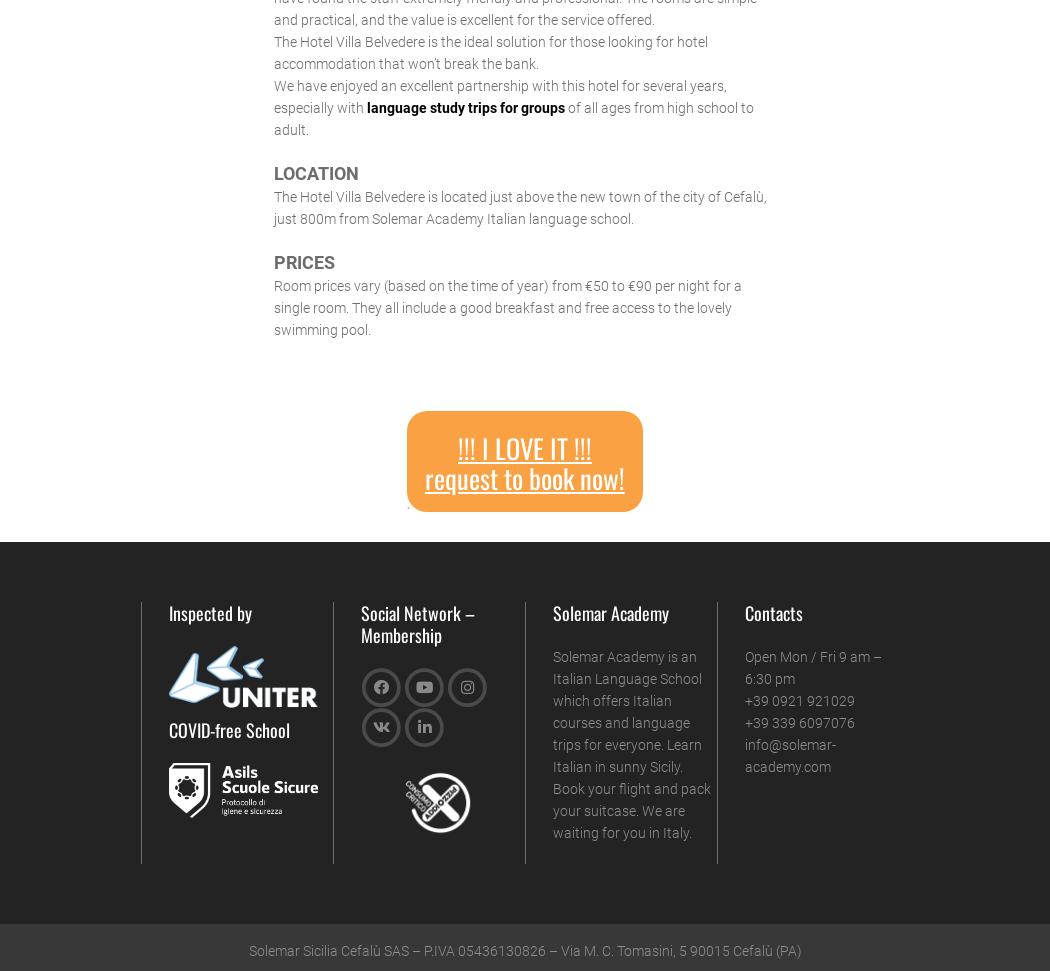 This screenshot has height=971, width=1050. I want to click on 'Room prices vary (based on the time of year) from €50 to €90 per night for a single room. They all include a good breakfast and free access to the lovely swimming pool.', so click(506, 306).